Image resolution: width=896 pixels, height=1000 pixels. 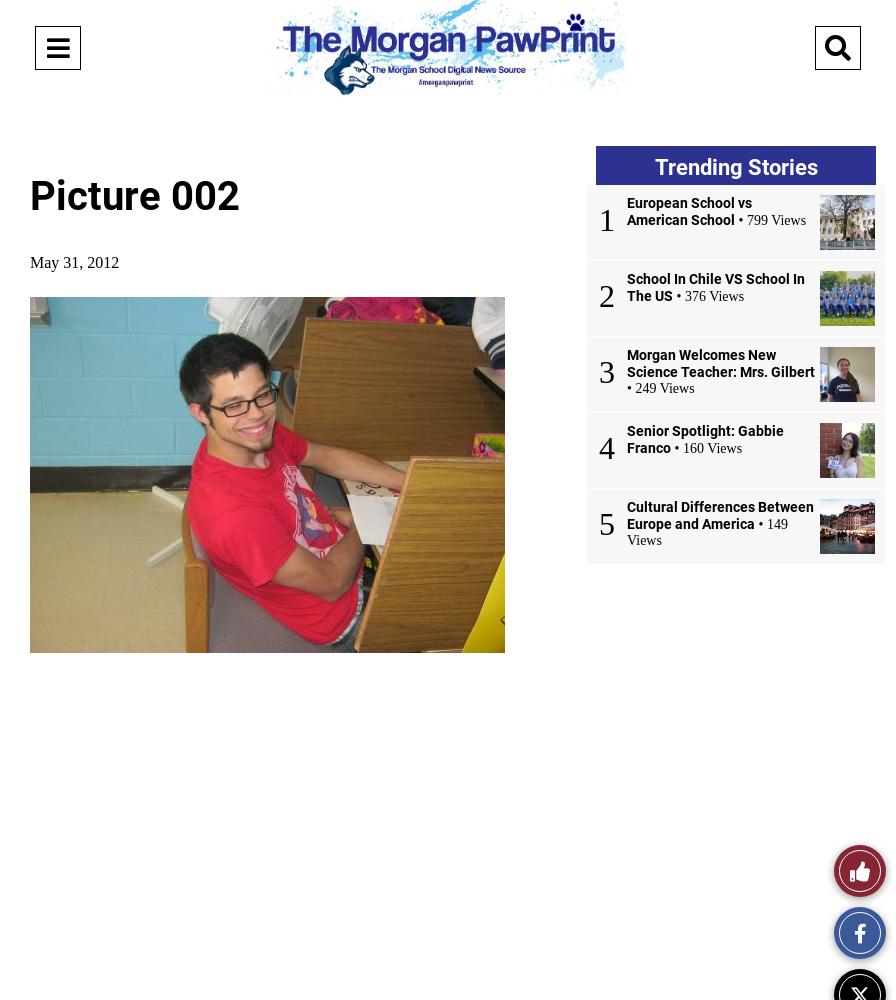 What do you see at coordinates (653, 167) in the screenshot?
I see `'Trending Stories'` at bounding box center [653, 167].